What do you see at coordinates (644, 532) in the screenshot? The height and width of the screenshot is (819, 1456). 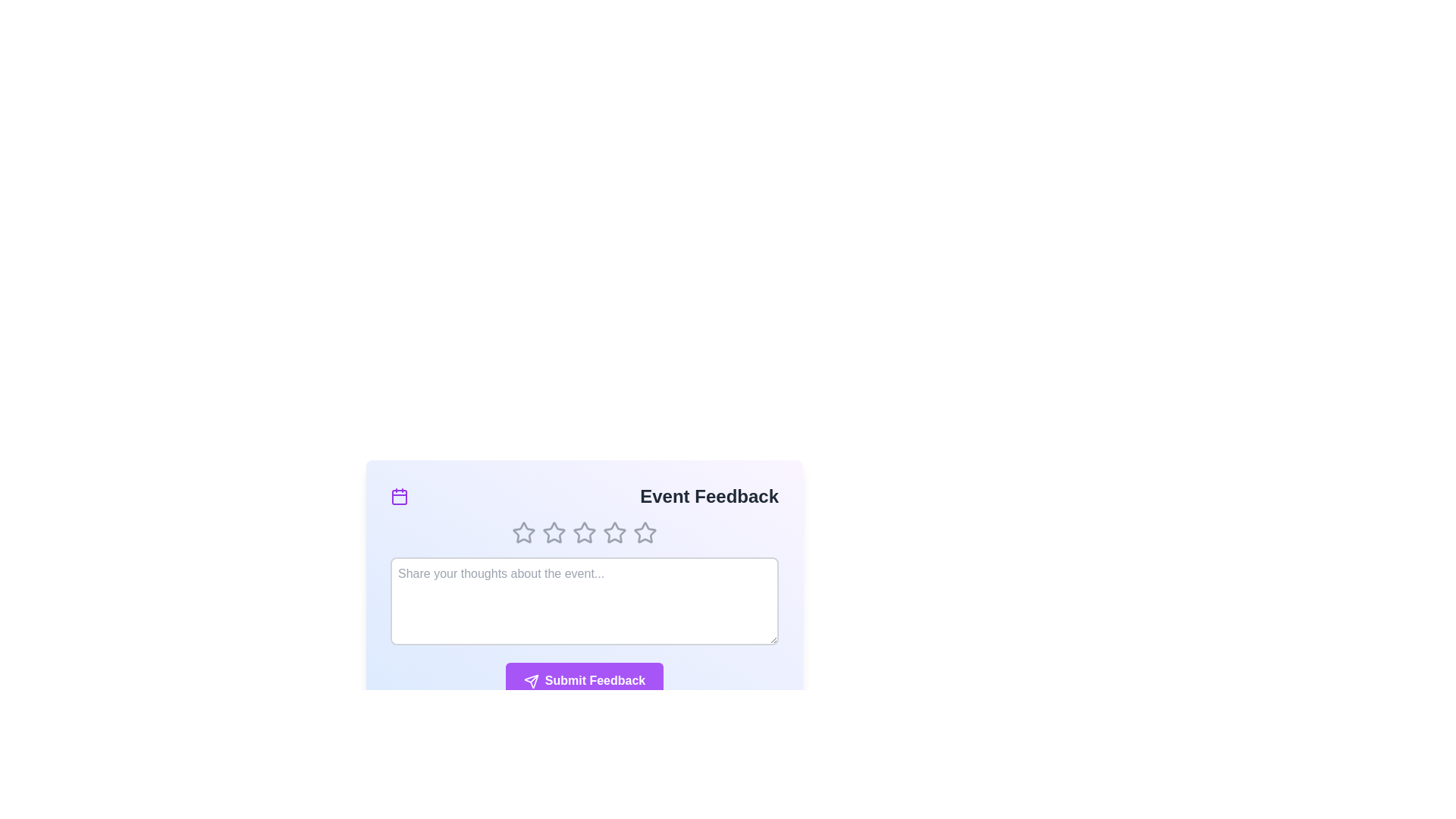 I see `the fifth star icon in the rating system` at bounding box center [644, 532].